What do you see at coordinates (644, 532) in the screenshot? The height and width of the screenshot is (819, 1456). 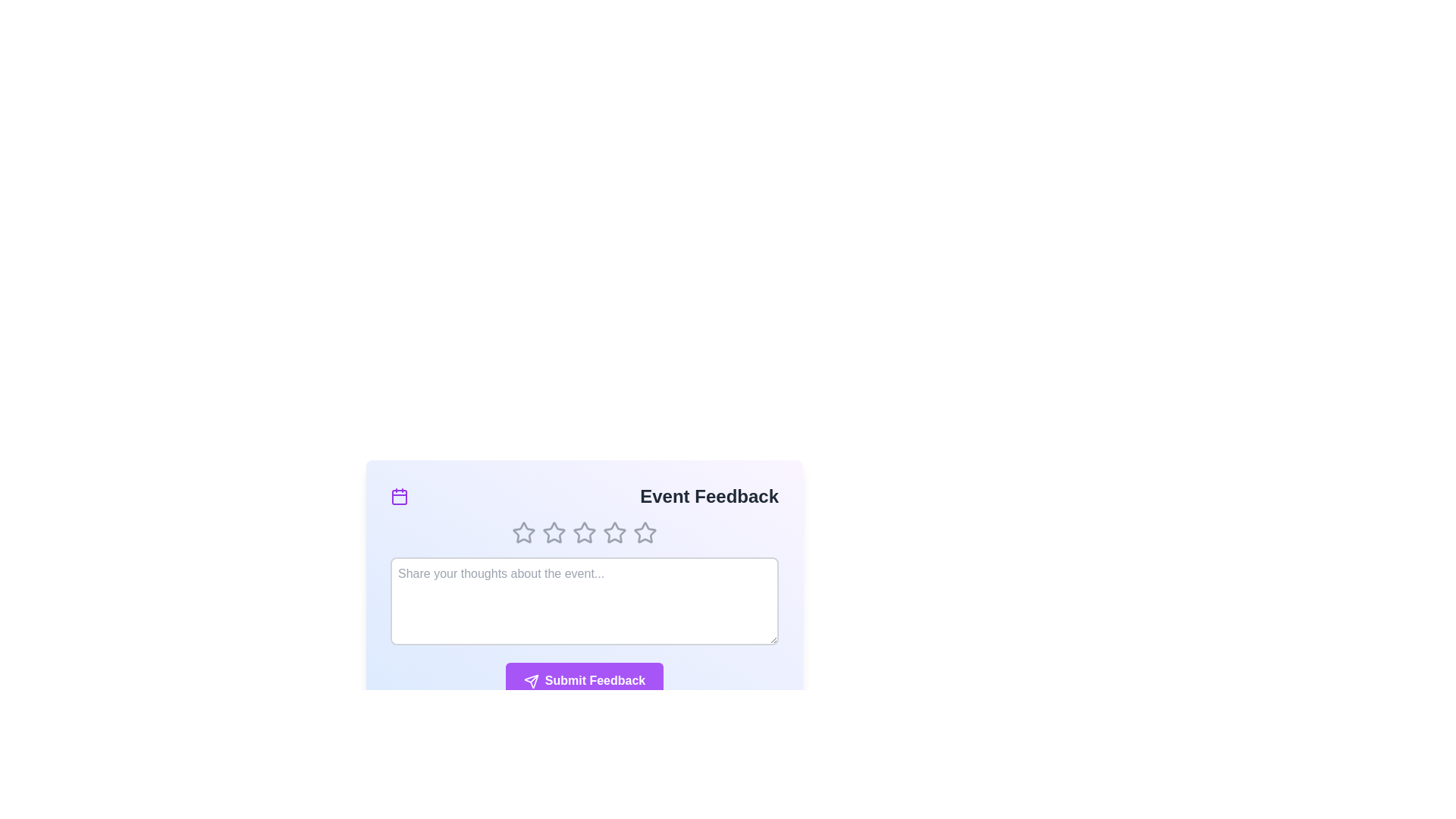 I see `the fifth star icon in the rating system` at bounding box center [644, 532].